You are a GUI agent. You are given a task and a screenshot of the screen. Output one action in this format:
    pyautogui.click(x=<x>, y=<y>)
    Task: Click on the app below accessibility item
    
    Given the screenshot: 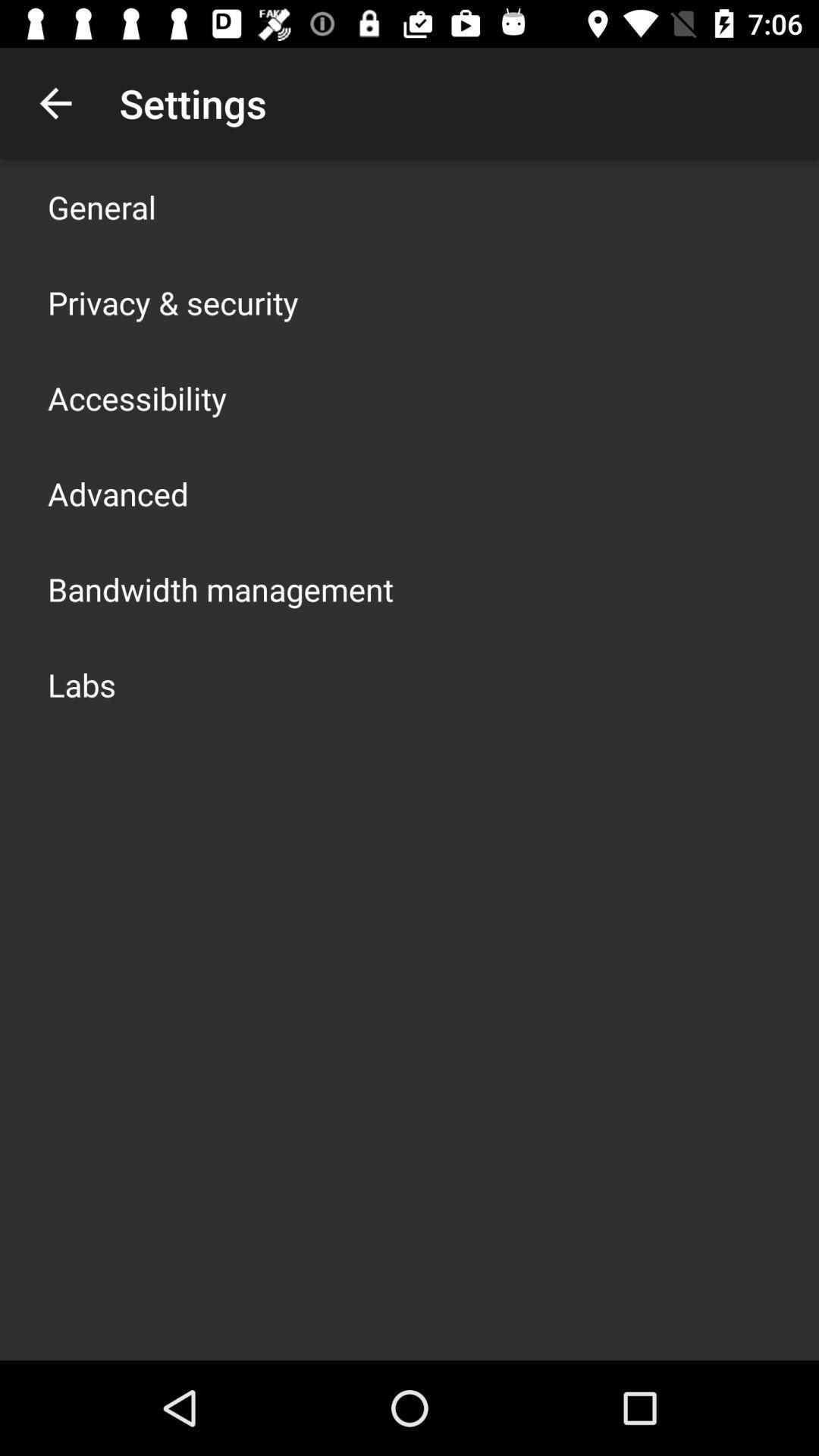 What is the action you would take?
    pyautogui.click(x=117, y=494)
    